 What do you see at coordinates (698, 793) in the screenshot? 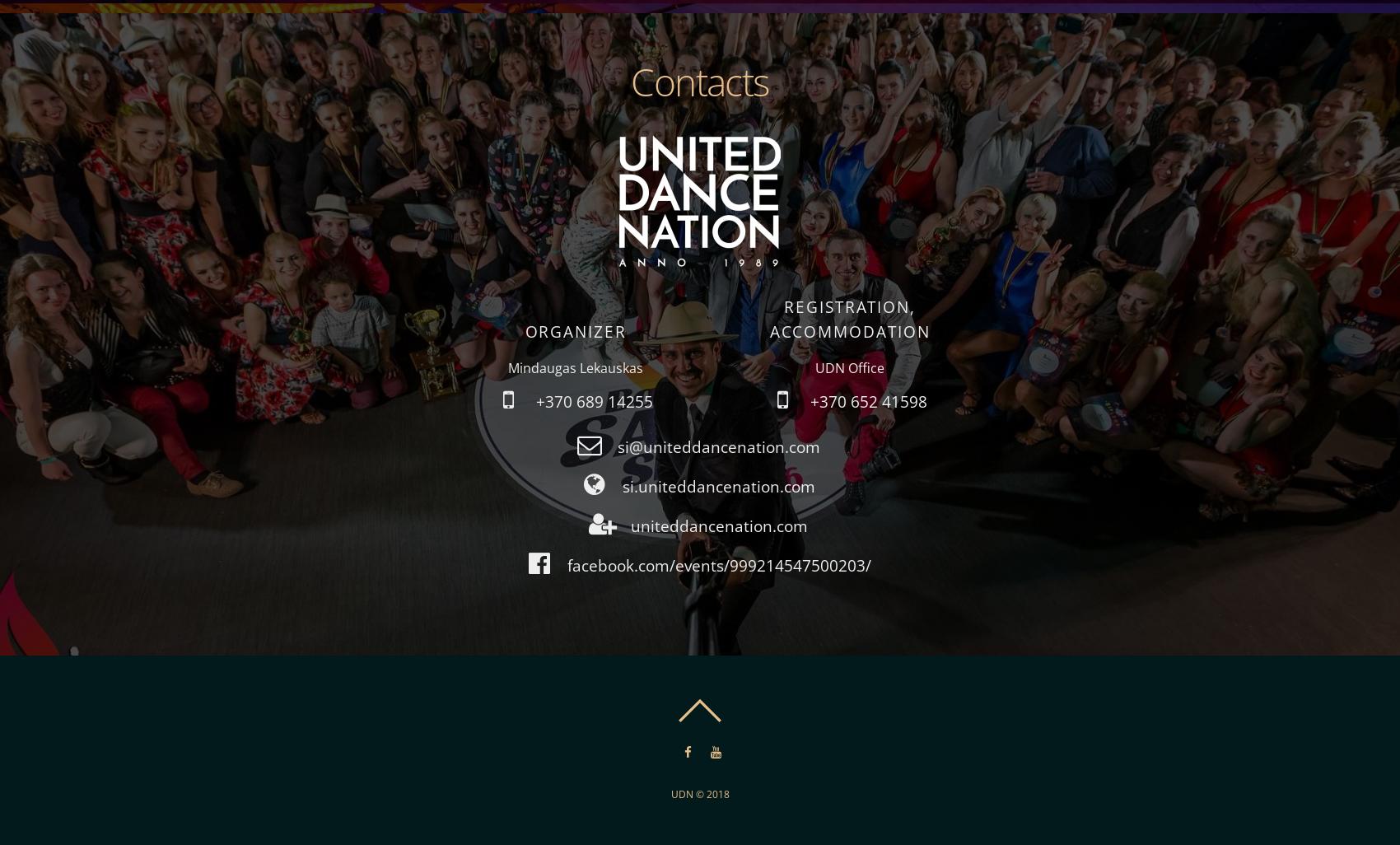
I see `'UDN © 2018'` at bounding box center [698, 793].